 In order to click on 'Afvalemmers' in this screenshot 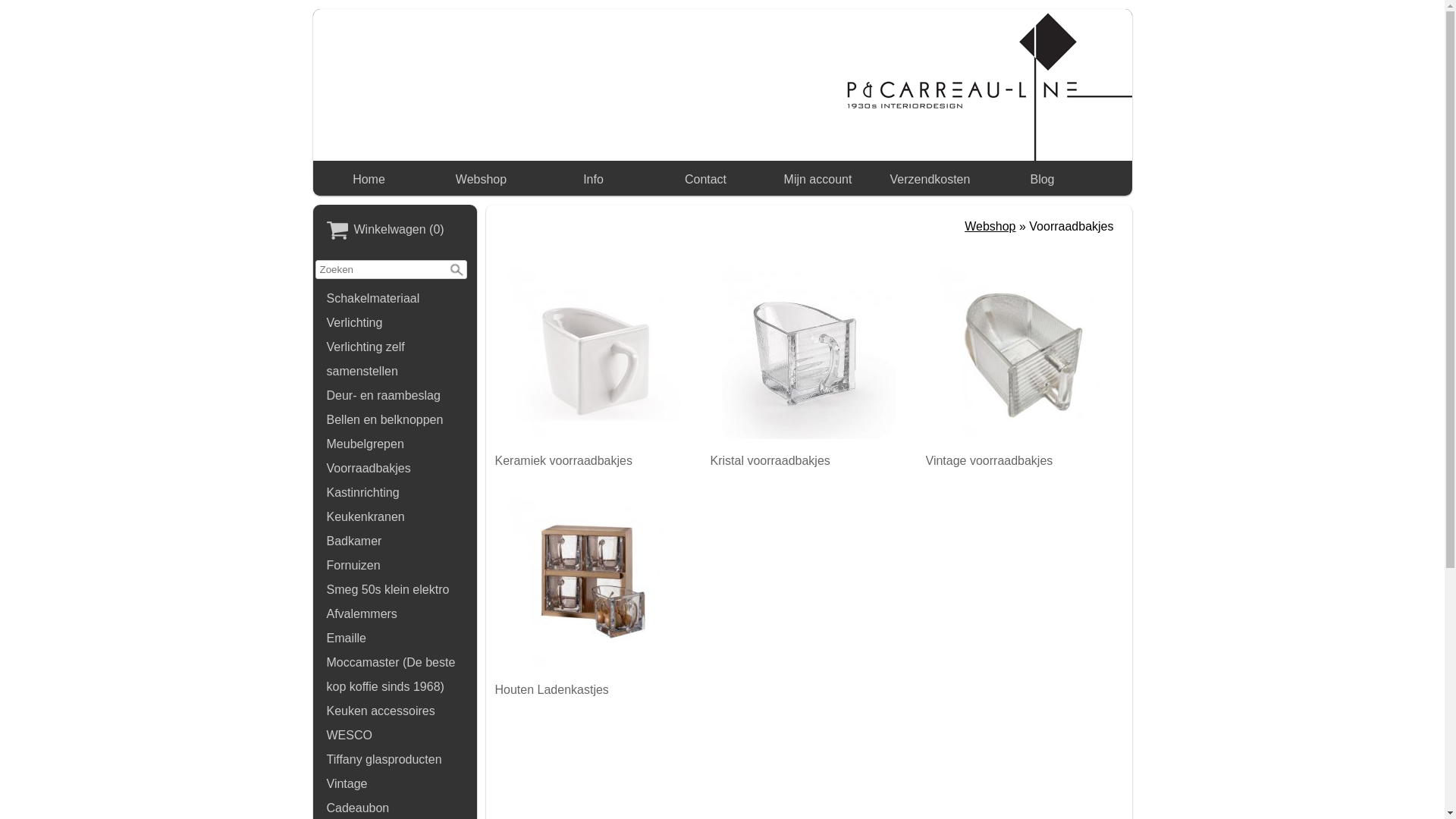, I will do `click(395, 614)`.